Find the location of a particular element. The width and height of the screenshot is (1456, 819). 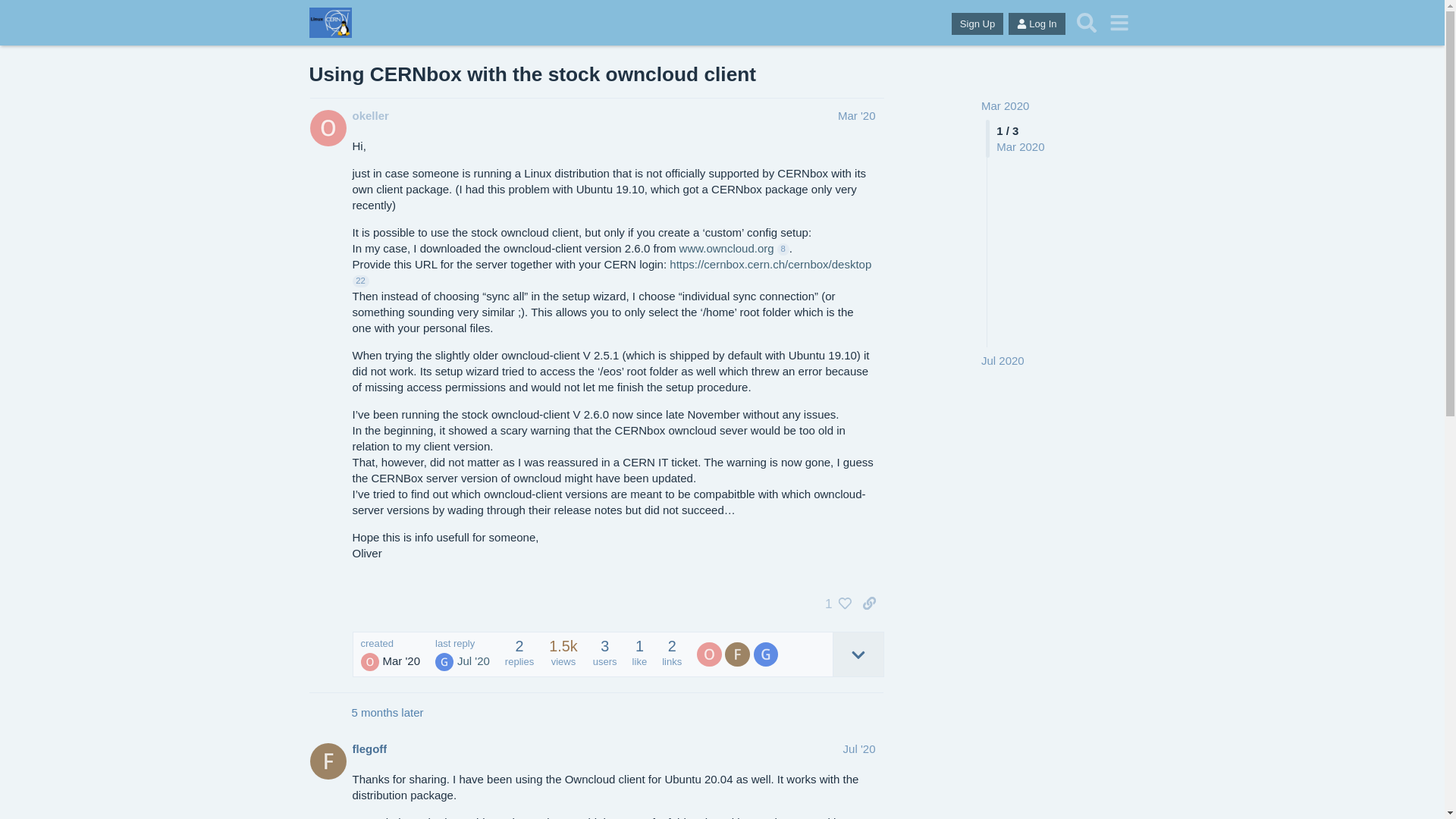

'Hugo Gonzalez Labrador' is located at coordinates (443, 661).